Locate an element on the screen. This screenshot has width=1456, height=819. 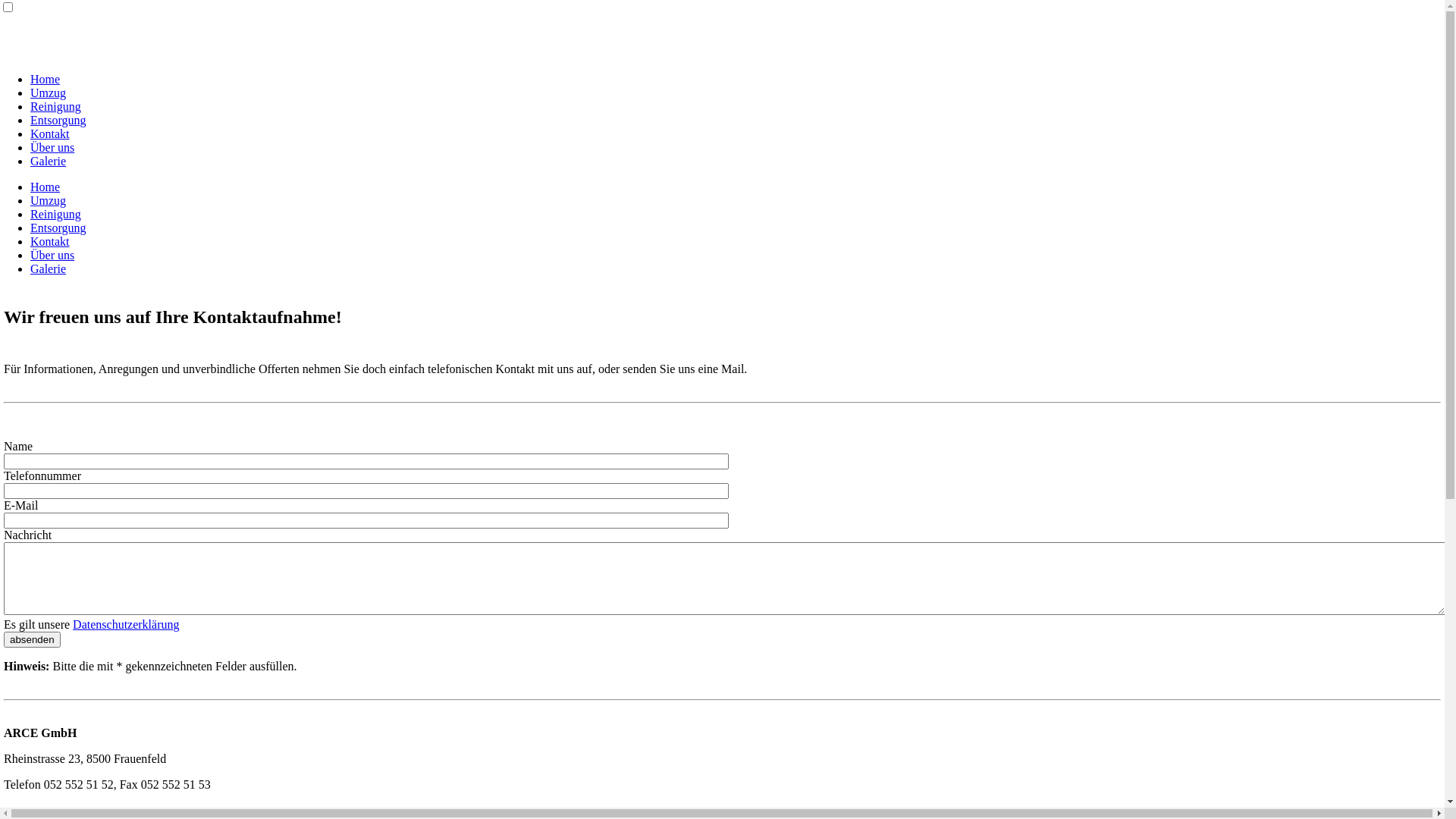
'Umzug' is located at coordinates (48, 199).